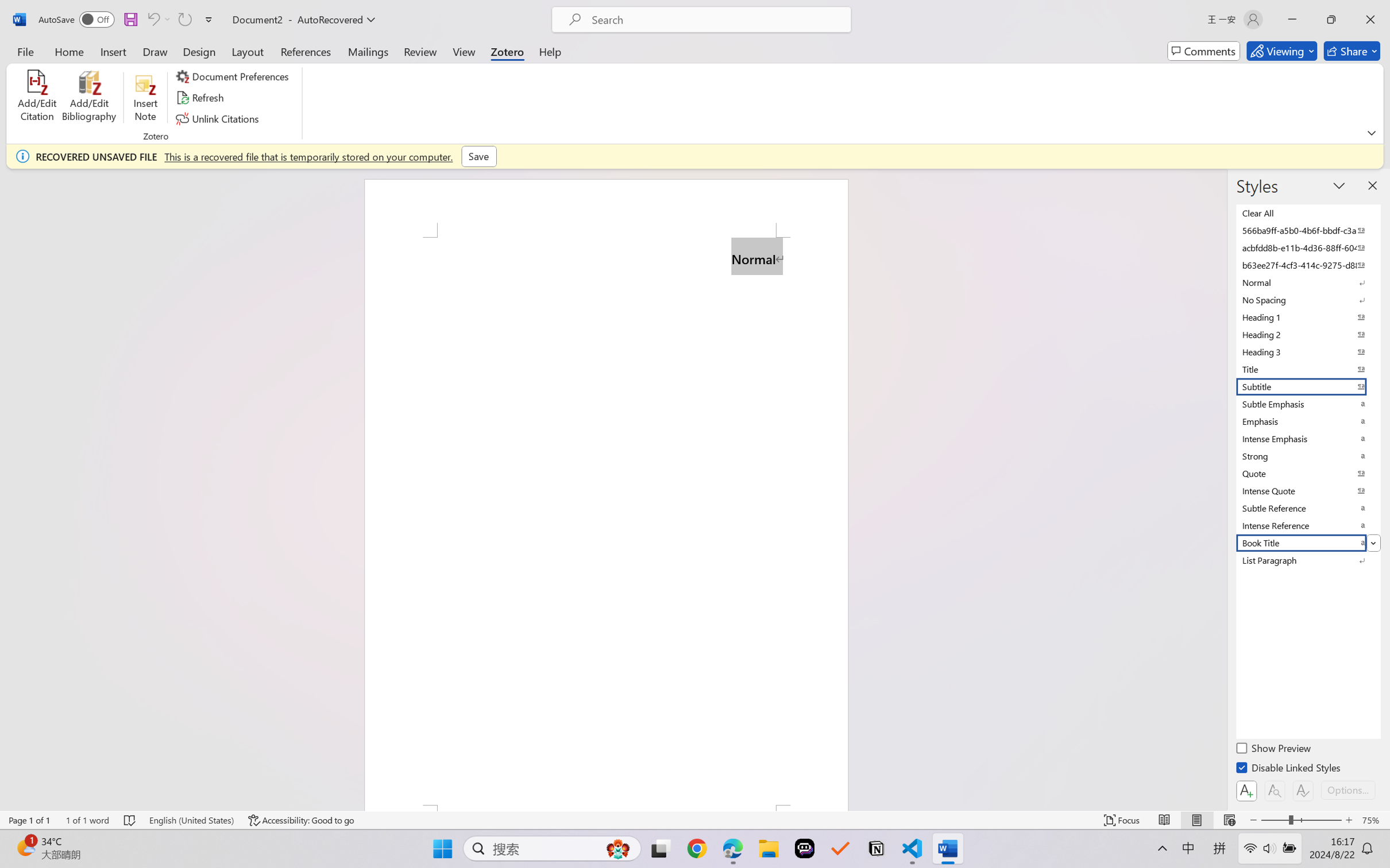 The height and width of the screenshot is (868, 1390). I want to click on 'Add/Edit Citation', so click(37, 98).